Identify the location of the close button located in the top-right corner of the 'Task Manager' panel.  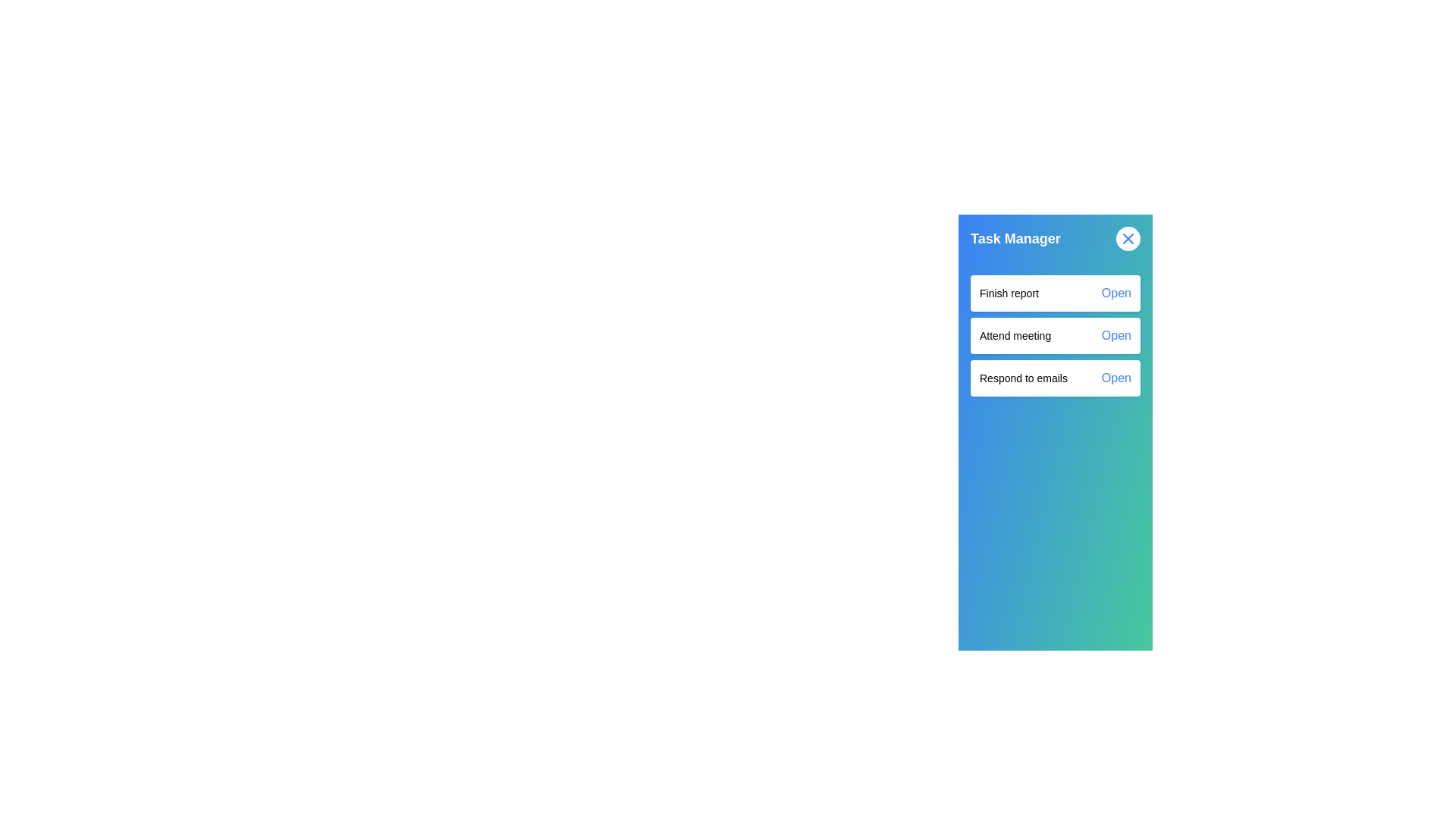
(1128, 239).